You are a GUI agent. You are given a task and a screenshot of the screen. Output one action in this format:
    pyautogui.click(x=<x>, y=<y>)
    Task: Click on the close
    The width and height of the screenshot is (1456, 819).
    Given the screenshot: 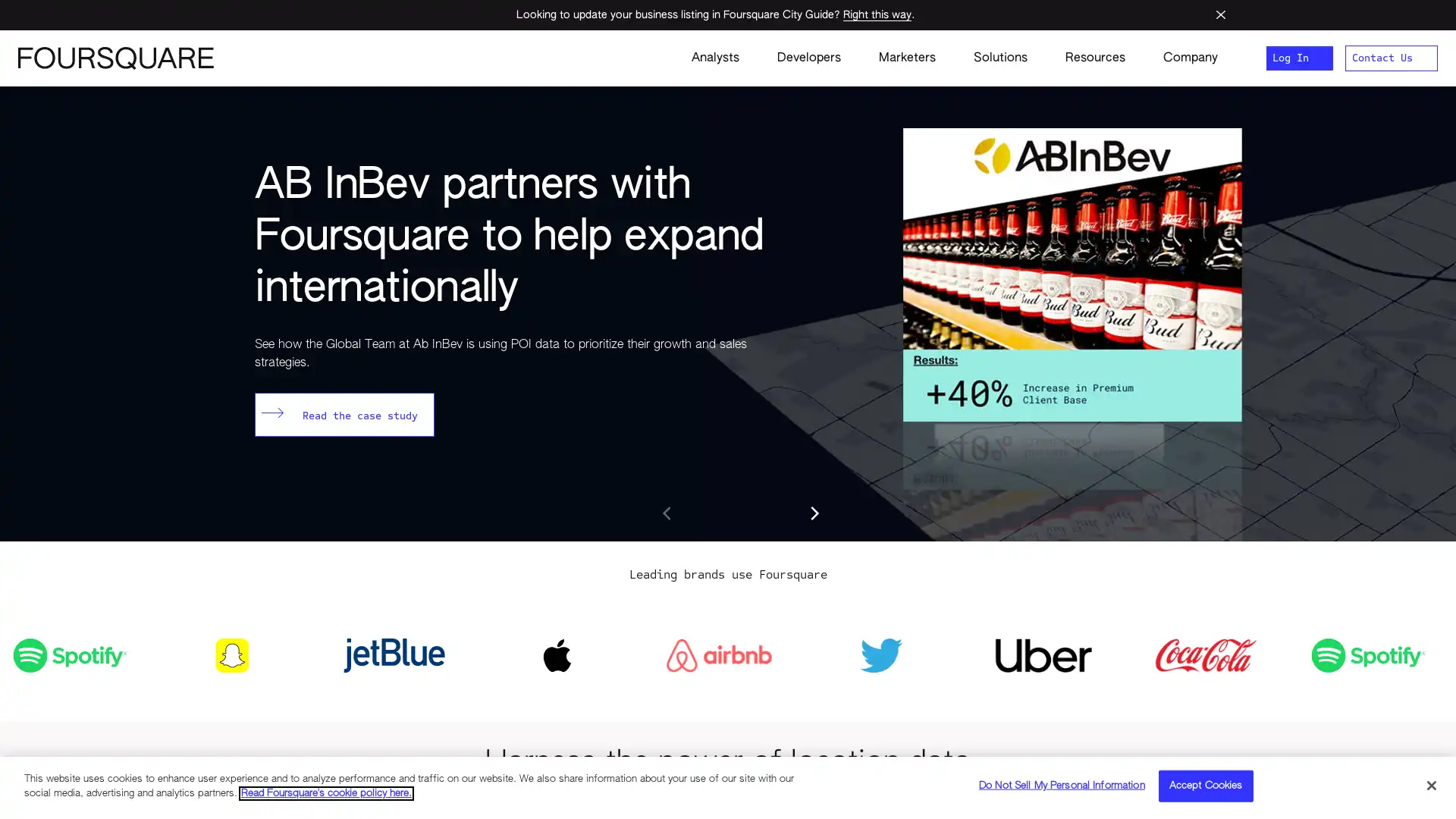 What is the action you would take?
    pyautogui.click(x=1220, y=14)
    